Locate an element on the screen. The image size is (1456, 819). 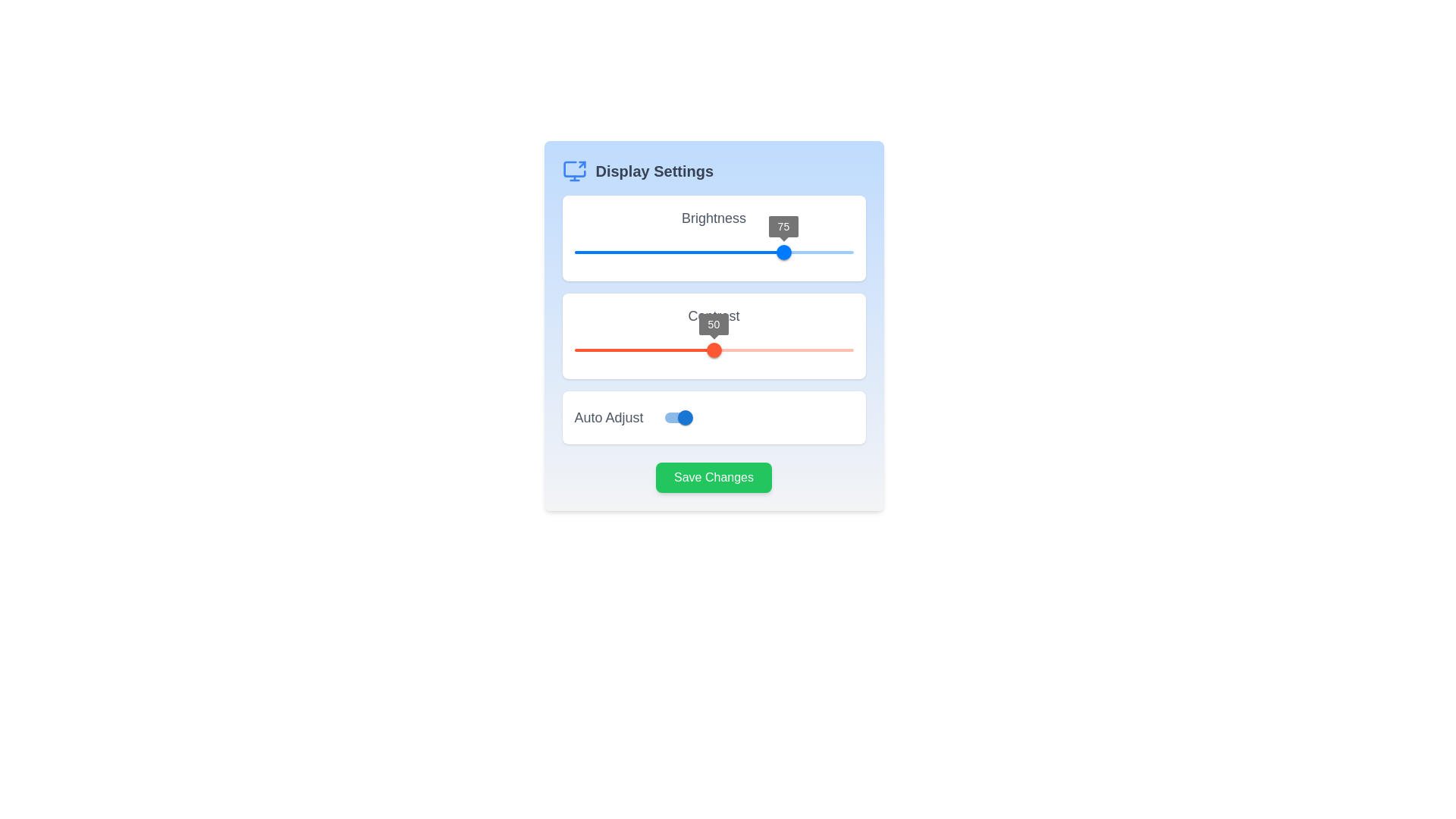
contrast slider is located at coordinates (676, 350).